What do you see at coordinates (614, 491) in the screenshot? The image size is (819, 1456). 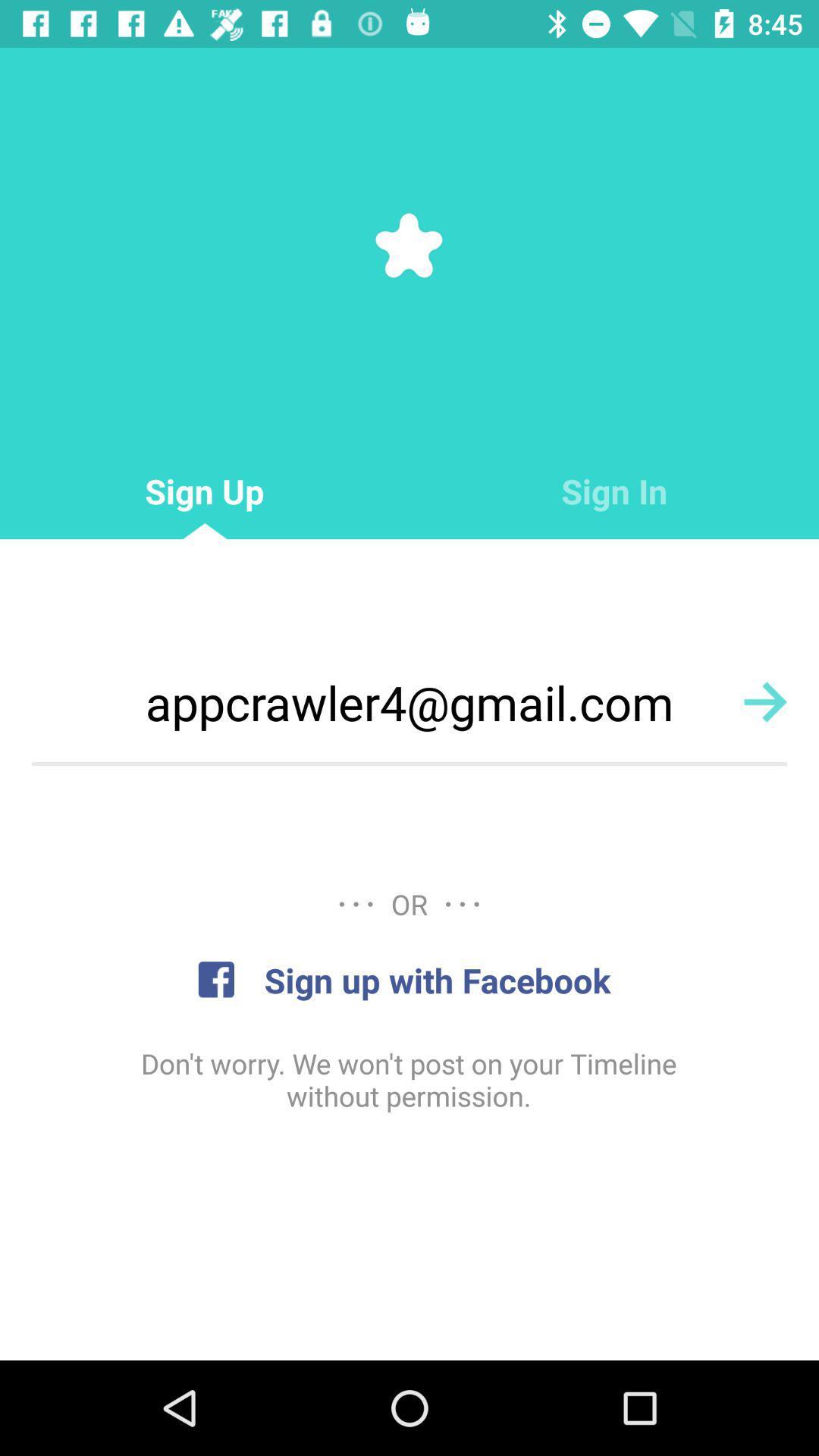 I see `icon next to the sign up icon` at bounding box center [614, 491].